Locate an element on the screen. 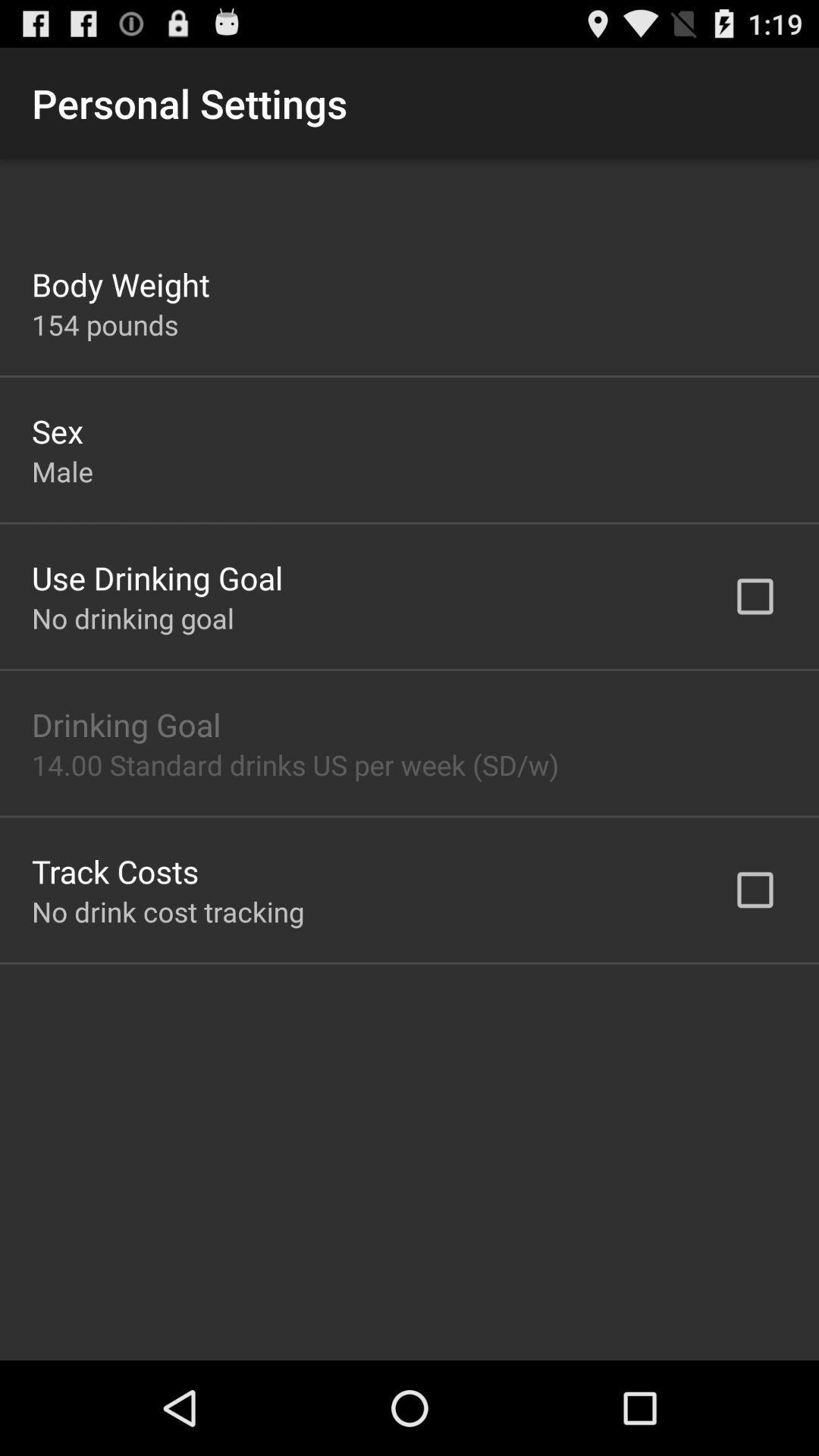 The height and width of the screenshot is (1456, 819). icon above sex is located at coordinates (104, 324).